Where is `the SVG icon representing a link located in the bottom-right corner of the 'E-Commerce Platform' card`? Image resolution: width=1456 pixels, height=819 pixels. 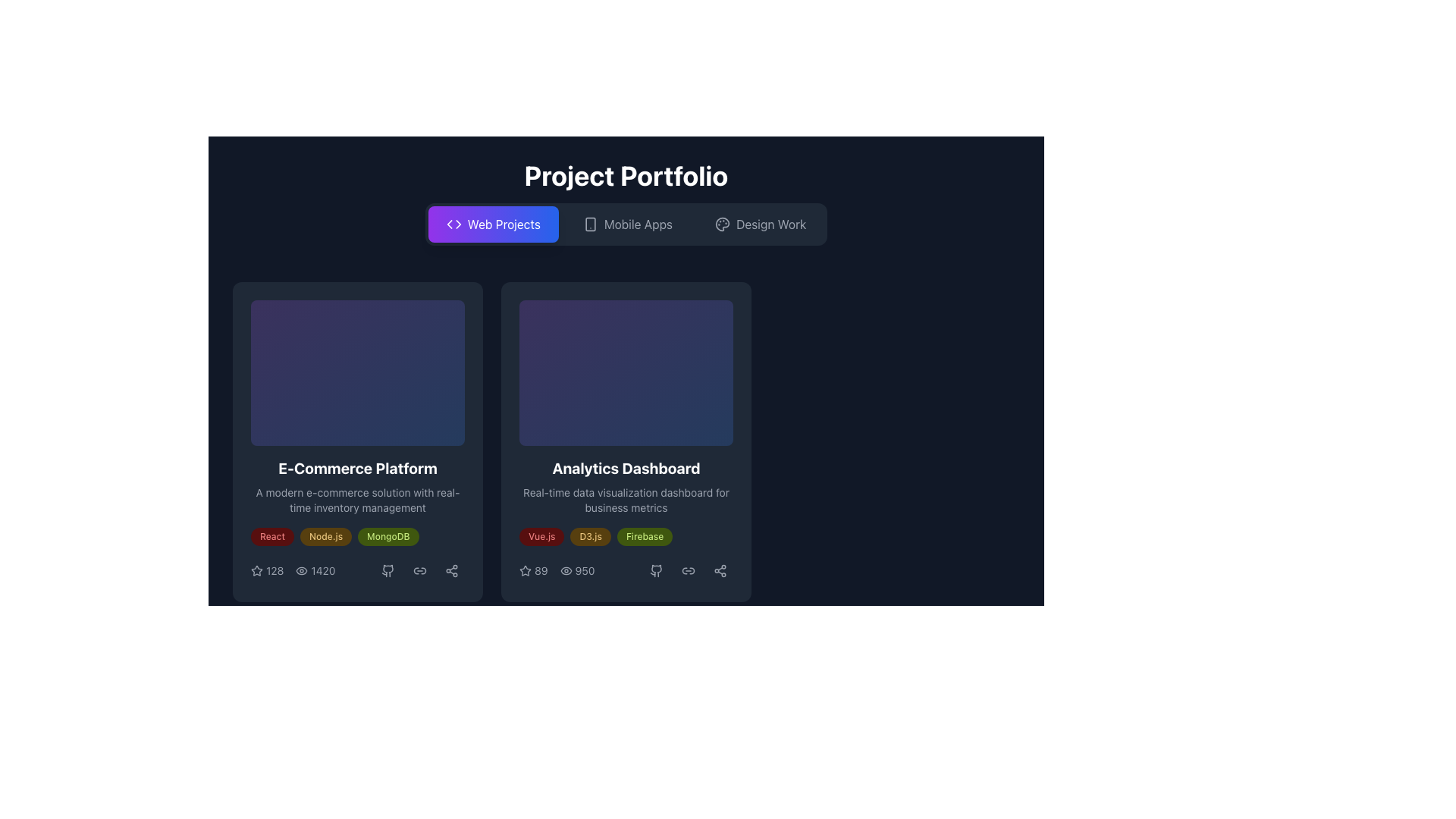
the SVG icon representing a link located in the bottom-right corner of the 'E-Commerce Platform' card is located at coordinates (419, 570).